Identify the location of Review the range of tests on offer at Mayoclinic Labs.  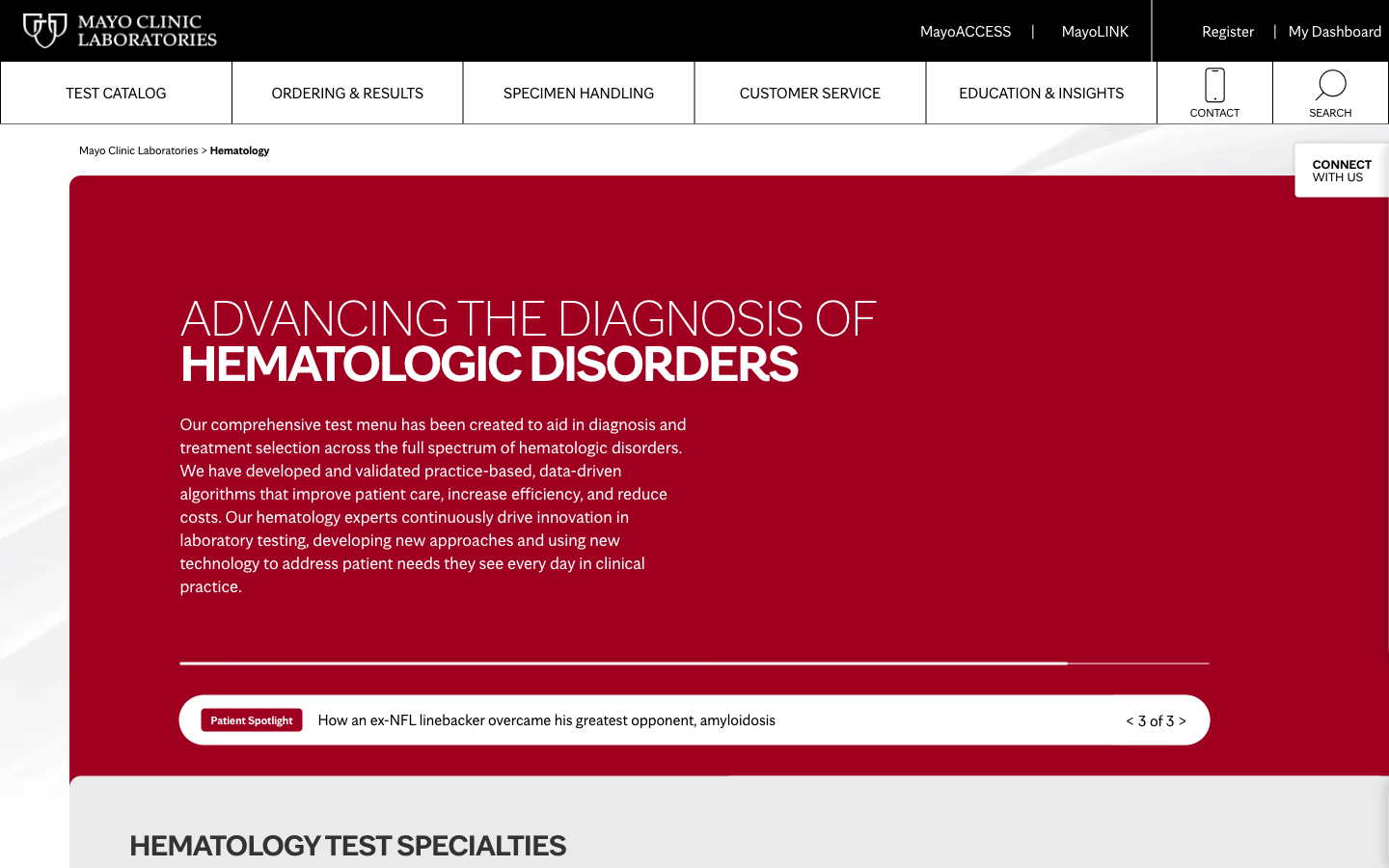
(116, 92).